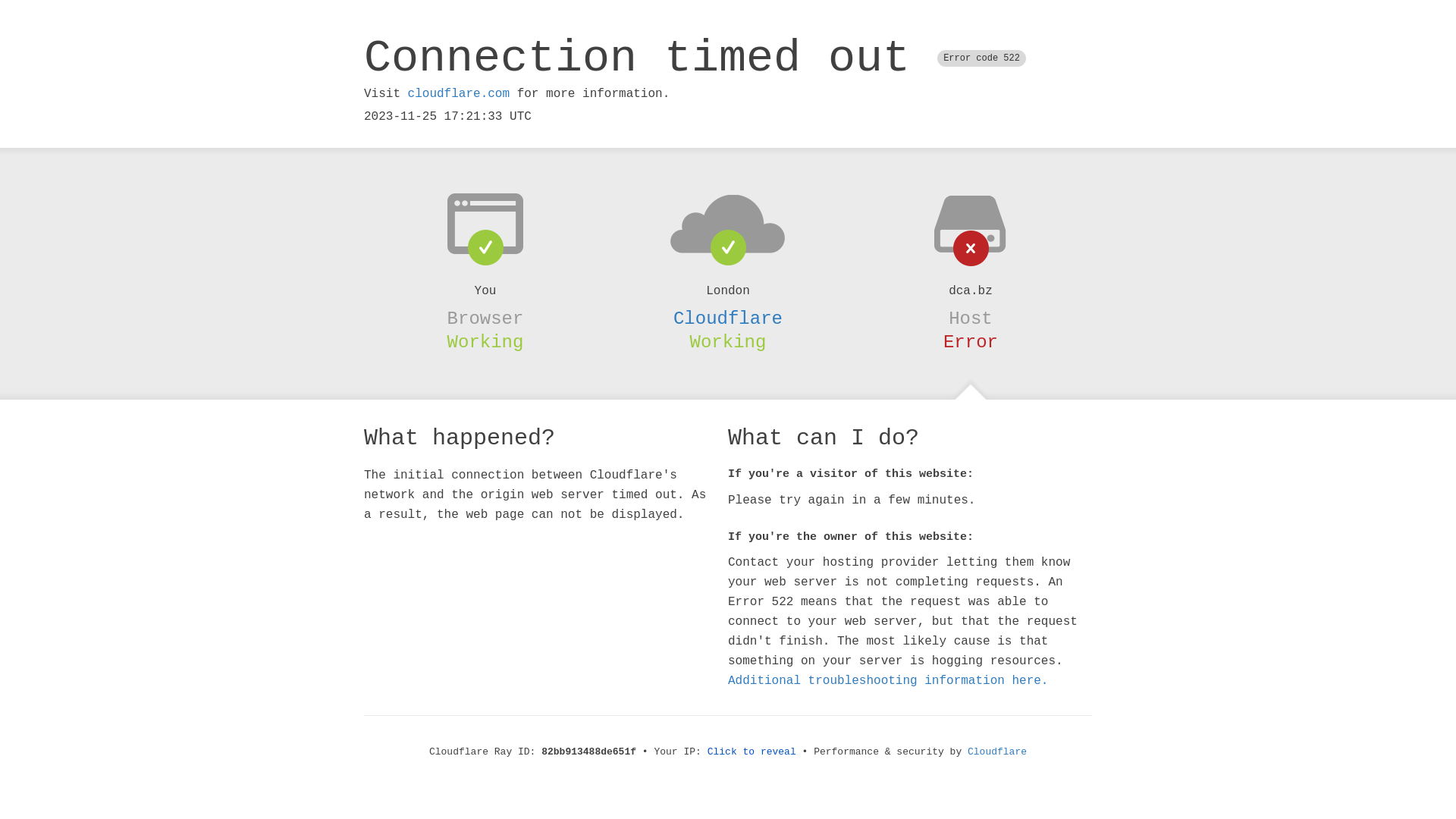 The image size is (1456, 819). I want to click on 'cloudflare.com', so click(457, 93).